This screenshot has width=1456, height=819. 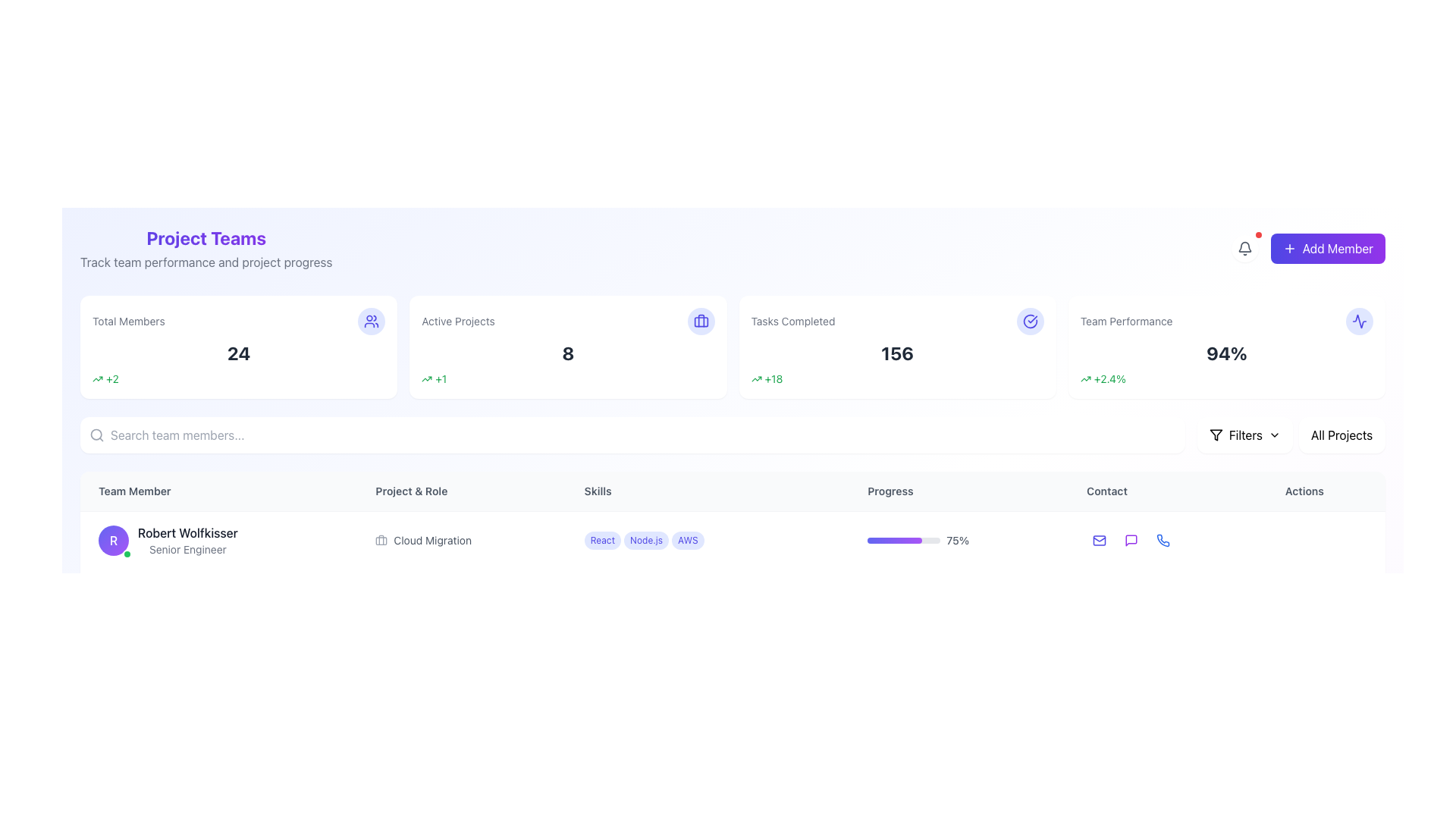 I want to click on the Text Label displaying '+2.4%' in green font, located within the 'Team Performance' card, positioned at the far right of the top row of summary cards, so click(x=1109, y=378).